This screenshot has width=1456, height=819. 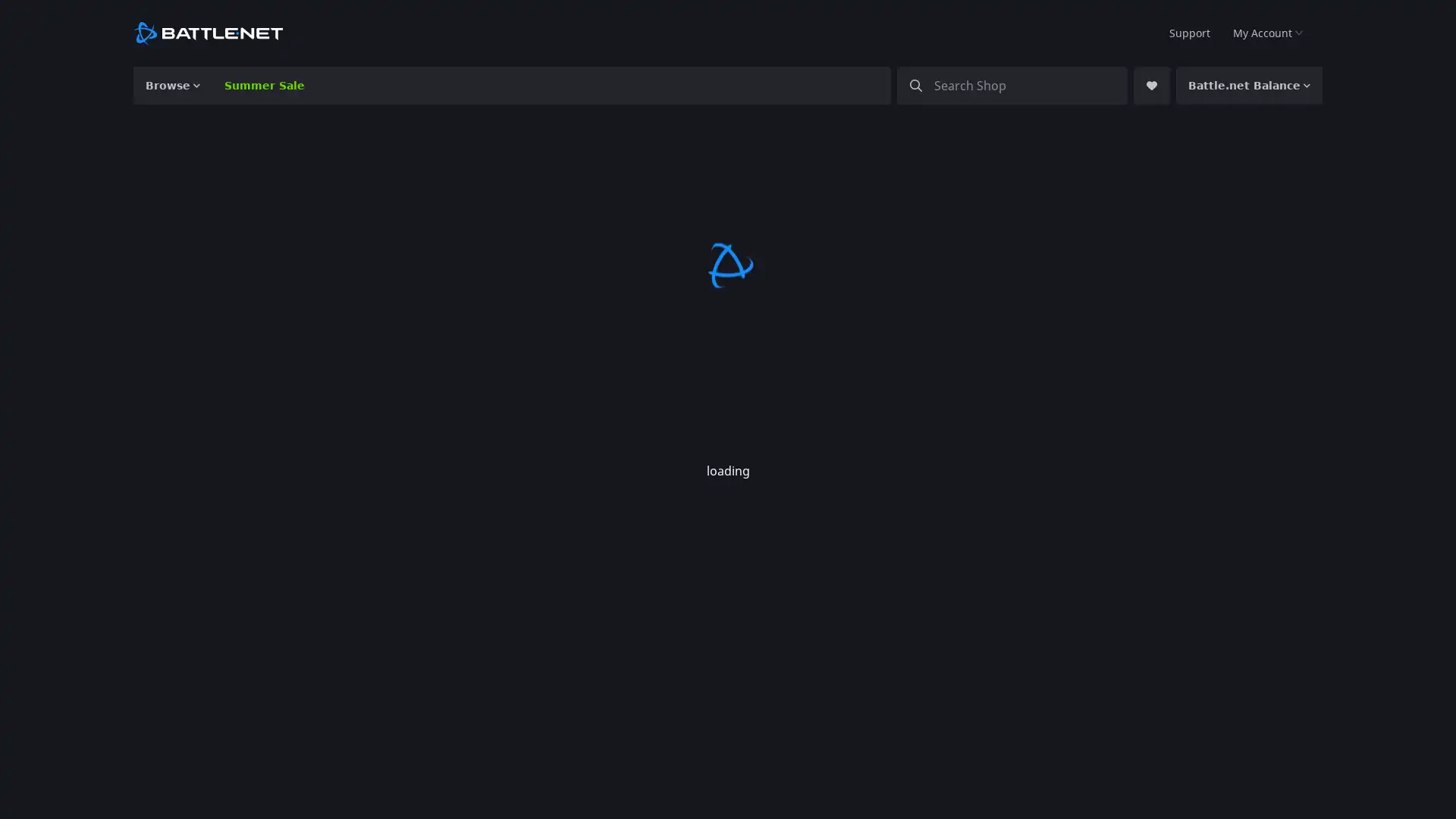 I want to click on Browse, so click(x=170, y=85).